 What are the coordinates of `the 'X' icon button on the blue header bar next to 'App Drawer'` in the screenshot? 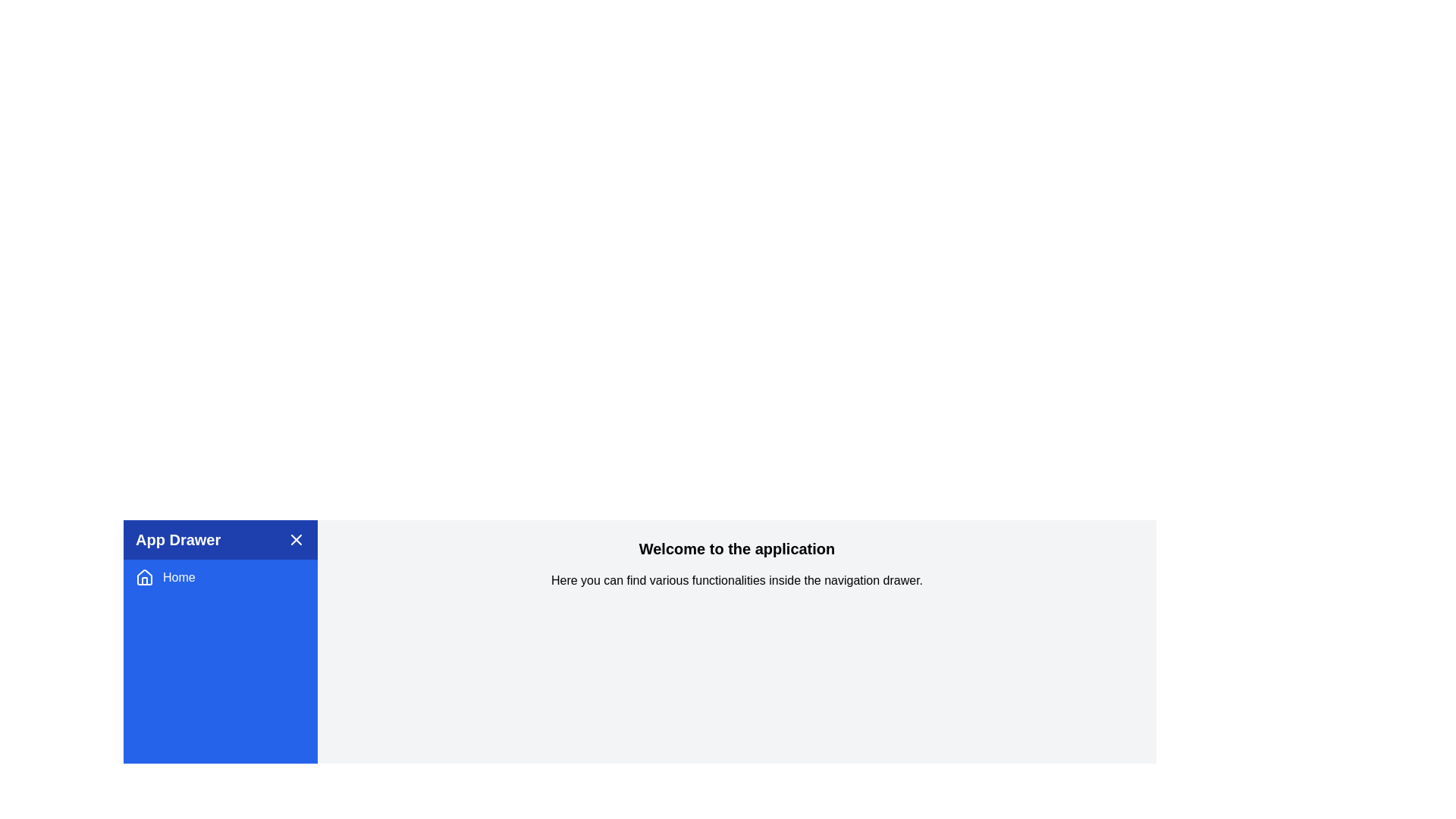 It's located at (296, 539).